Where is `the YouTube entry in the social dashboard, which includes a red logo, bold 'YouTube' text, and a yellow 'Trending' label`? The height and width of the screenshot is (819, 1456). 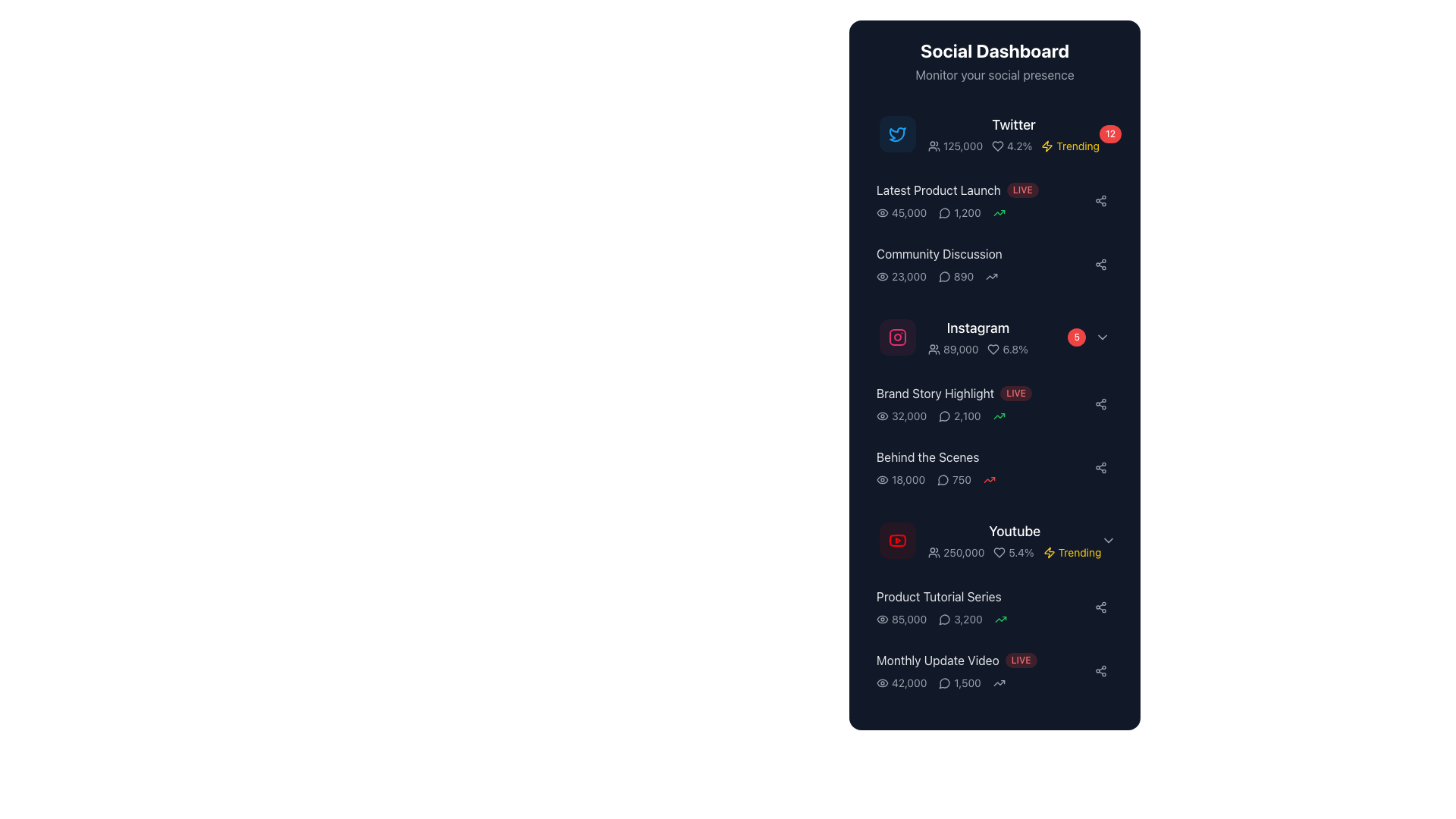
the YouTube entry in the social dashboard, which includes a red logo, bold 'YouTube' text, and a yellow 'Trending' label is located at coordinates (990, 540).